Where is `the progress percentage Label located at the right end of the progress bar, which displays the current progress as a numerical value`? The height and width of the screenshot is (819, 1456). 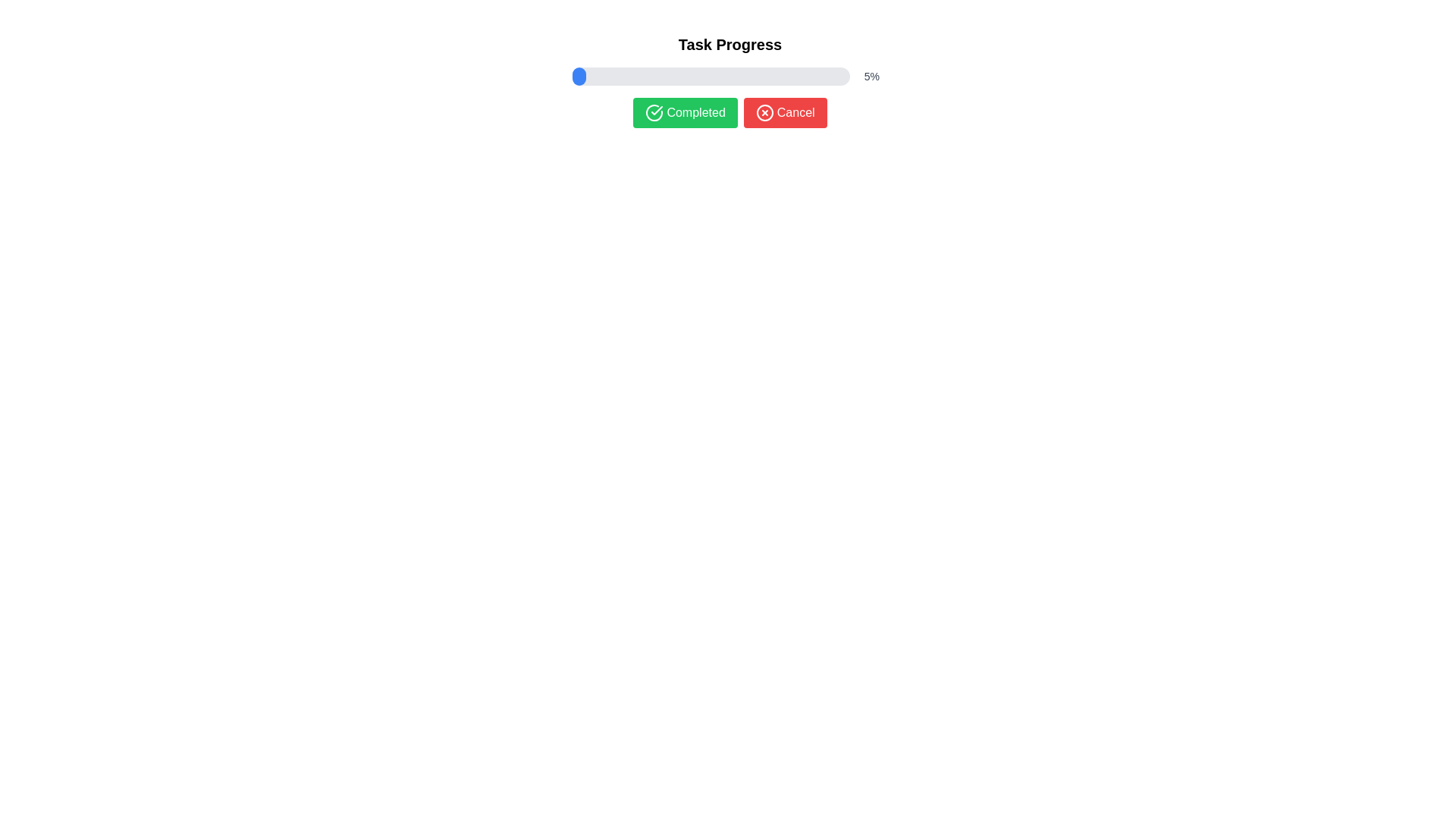 the progress percentage Label located at the right end of the progress bar, which displays the current progress as a numerical value is located at coordinates (871, 76).